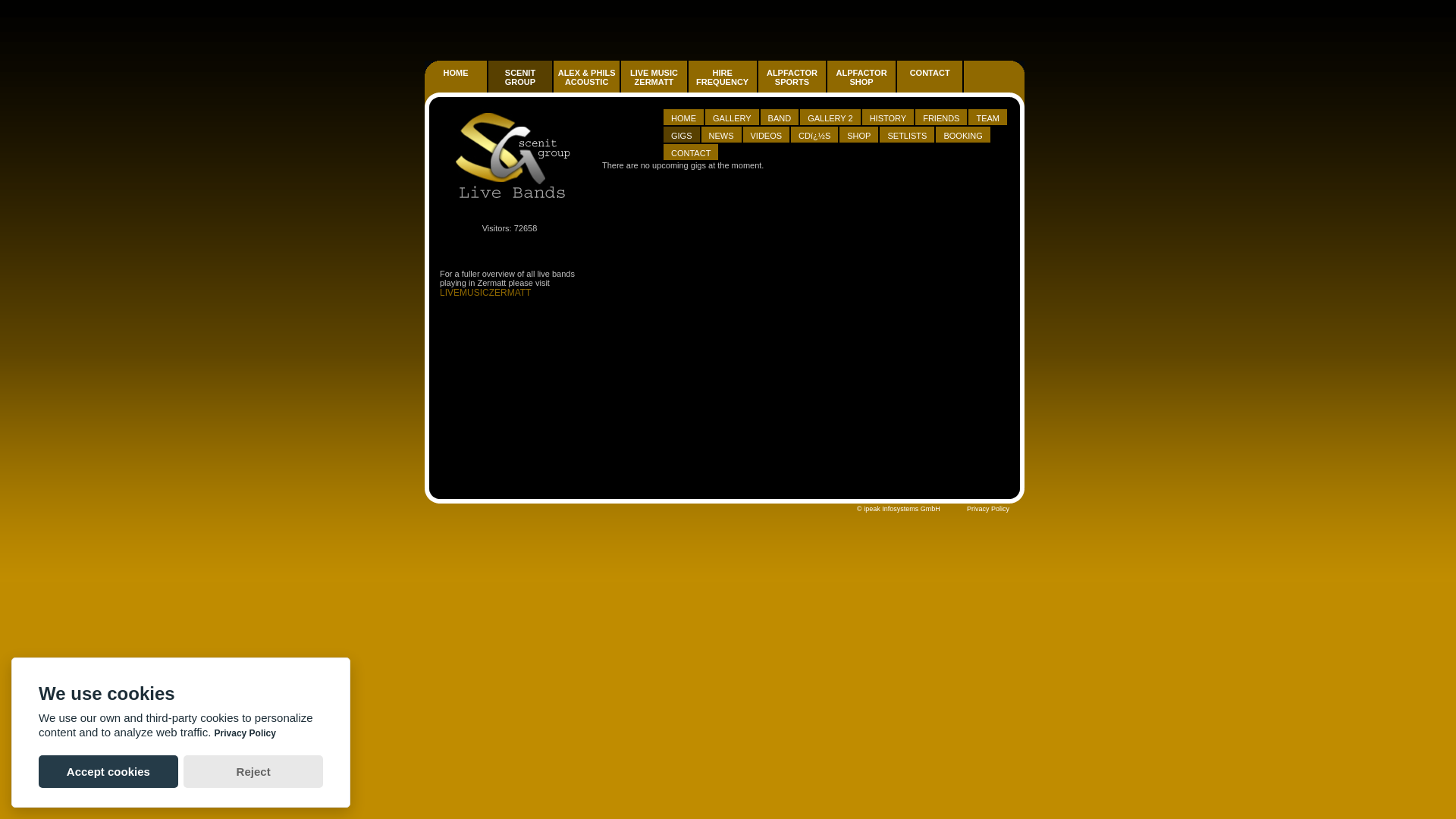 The image size is (1456, 819). What do you see at coordinates (858, 134) in the screenshot?
I see `'SHOP'` at bounding box center [858, 134].